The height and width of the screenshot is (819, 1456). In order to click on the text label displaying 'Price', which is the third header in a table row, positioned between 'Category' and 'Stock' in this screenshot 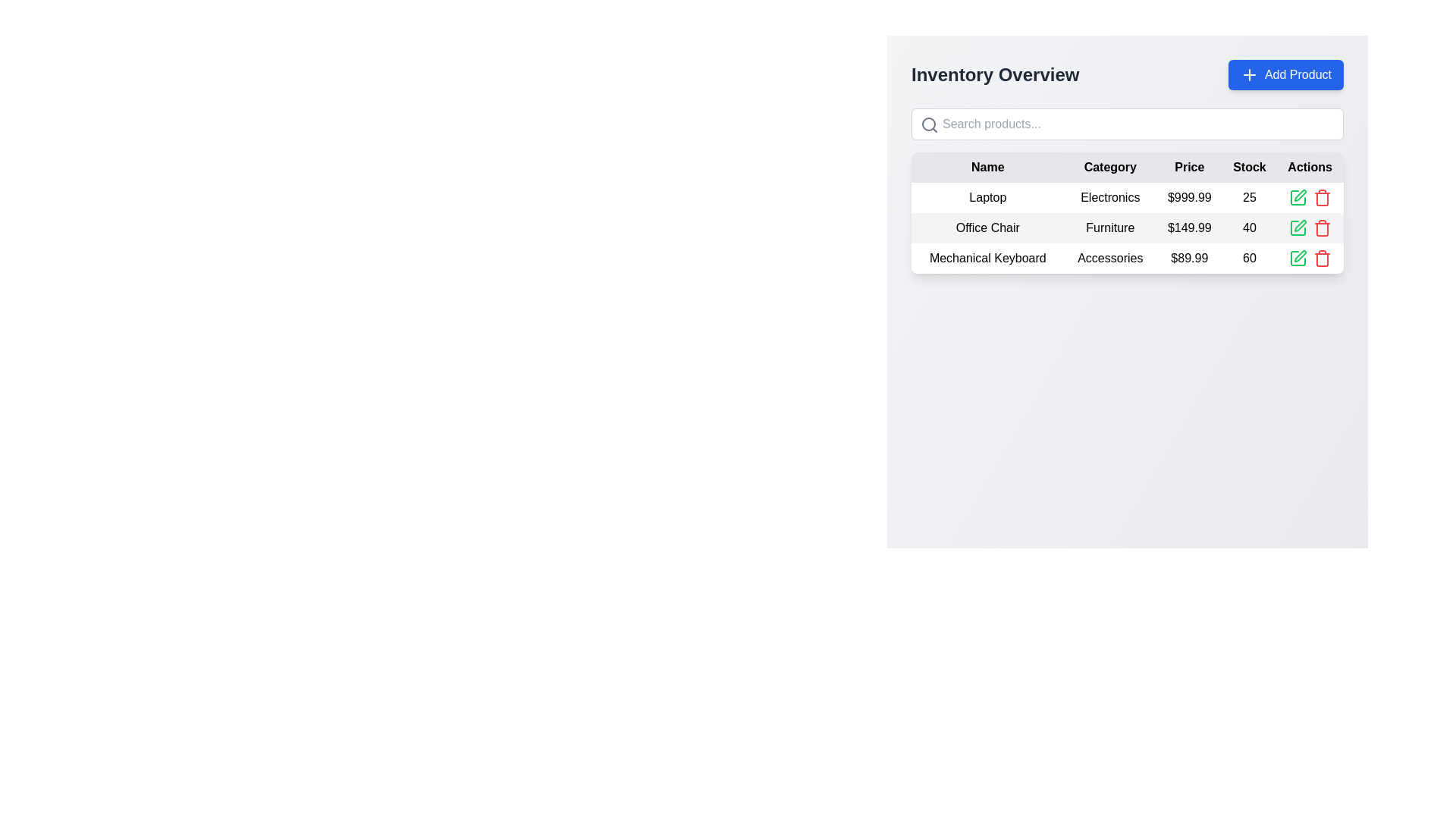, I will do `click(1188, 167)`.